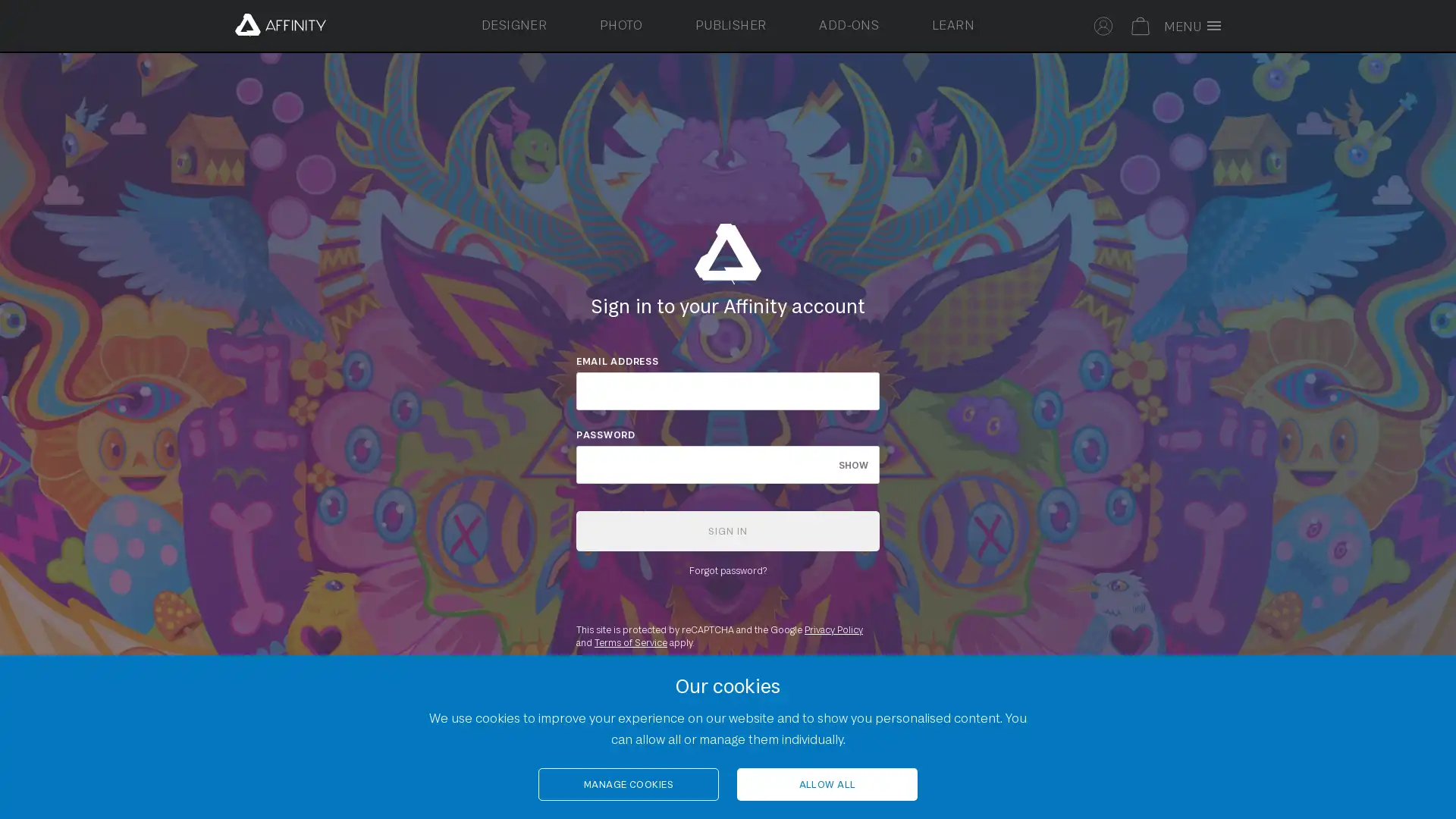 This screenshot has height=819, width=1456. What do you see at coordinates (728, 529) in the screenshot?
I see `SIGN IN` at bounding box center [728, 529].